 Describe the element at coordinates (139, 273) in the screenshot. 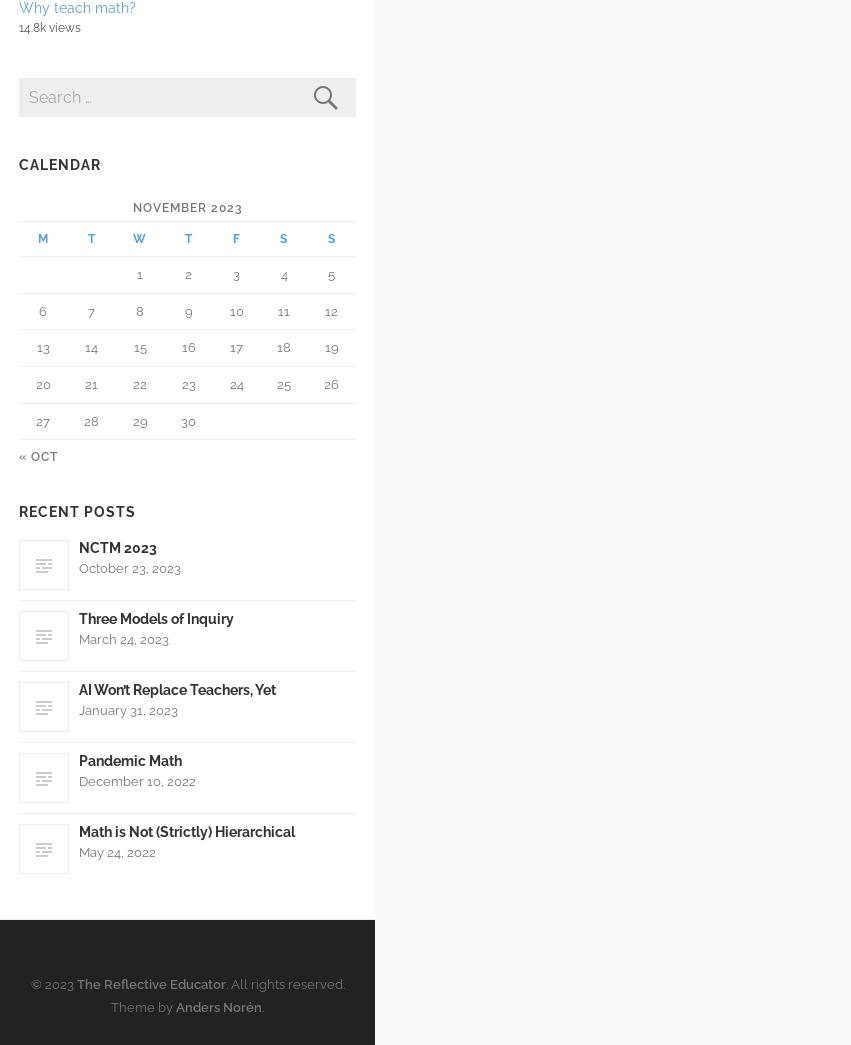

I see `'1'` at that location.